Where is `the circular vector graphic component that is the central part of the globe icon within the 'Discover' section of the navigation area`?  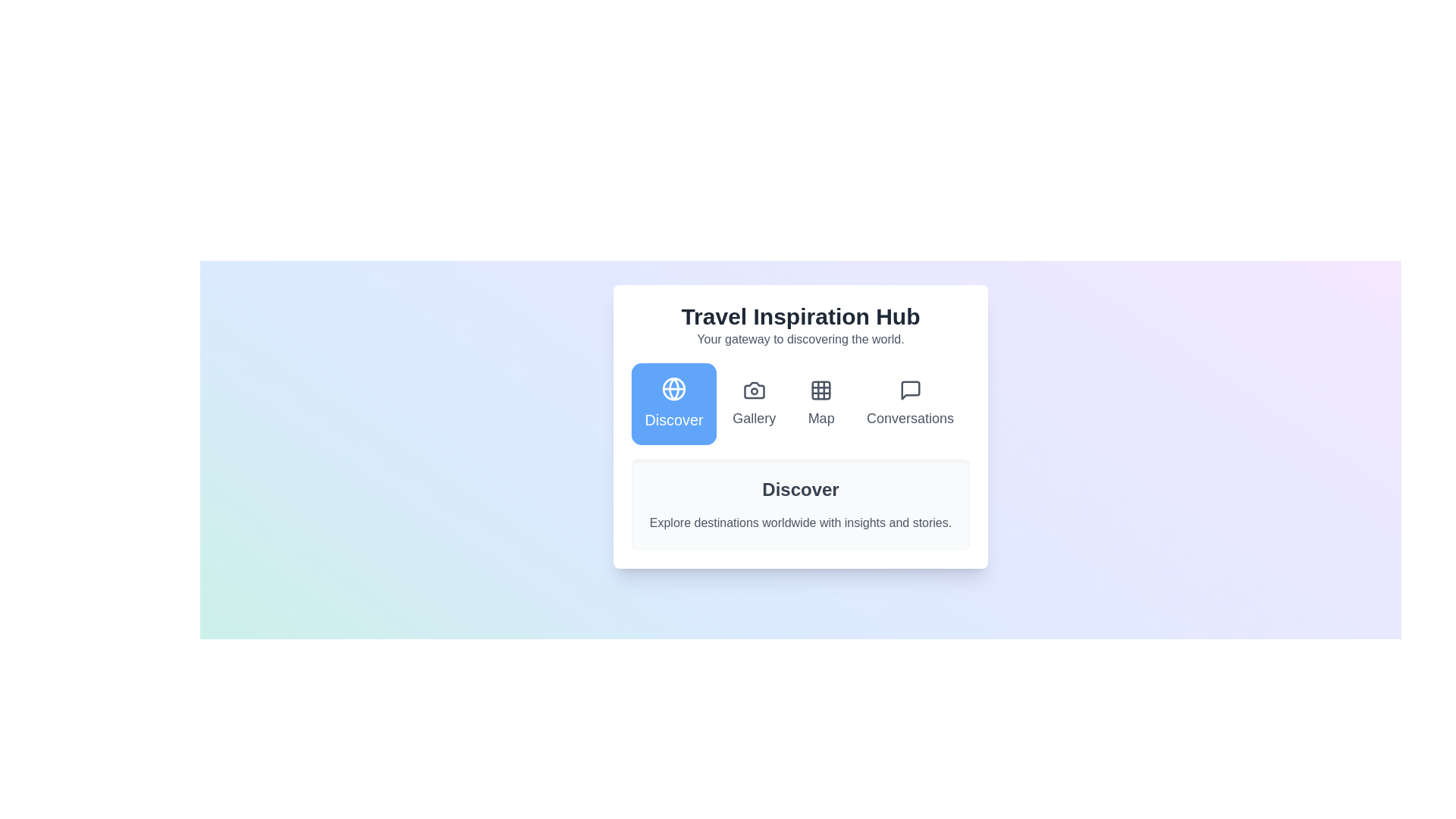 the circular vector graphic component that is the central part of the globe icon within the 'Discover' section of the navigation area is located at coordinates (673, 388).